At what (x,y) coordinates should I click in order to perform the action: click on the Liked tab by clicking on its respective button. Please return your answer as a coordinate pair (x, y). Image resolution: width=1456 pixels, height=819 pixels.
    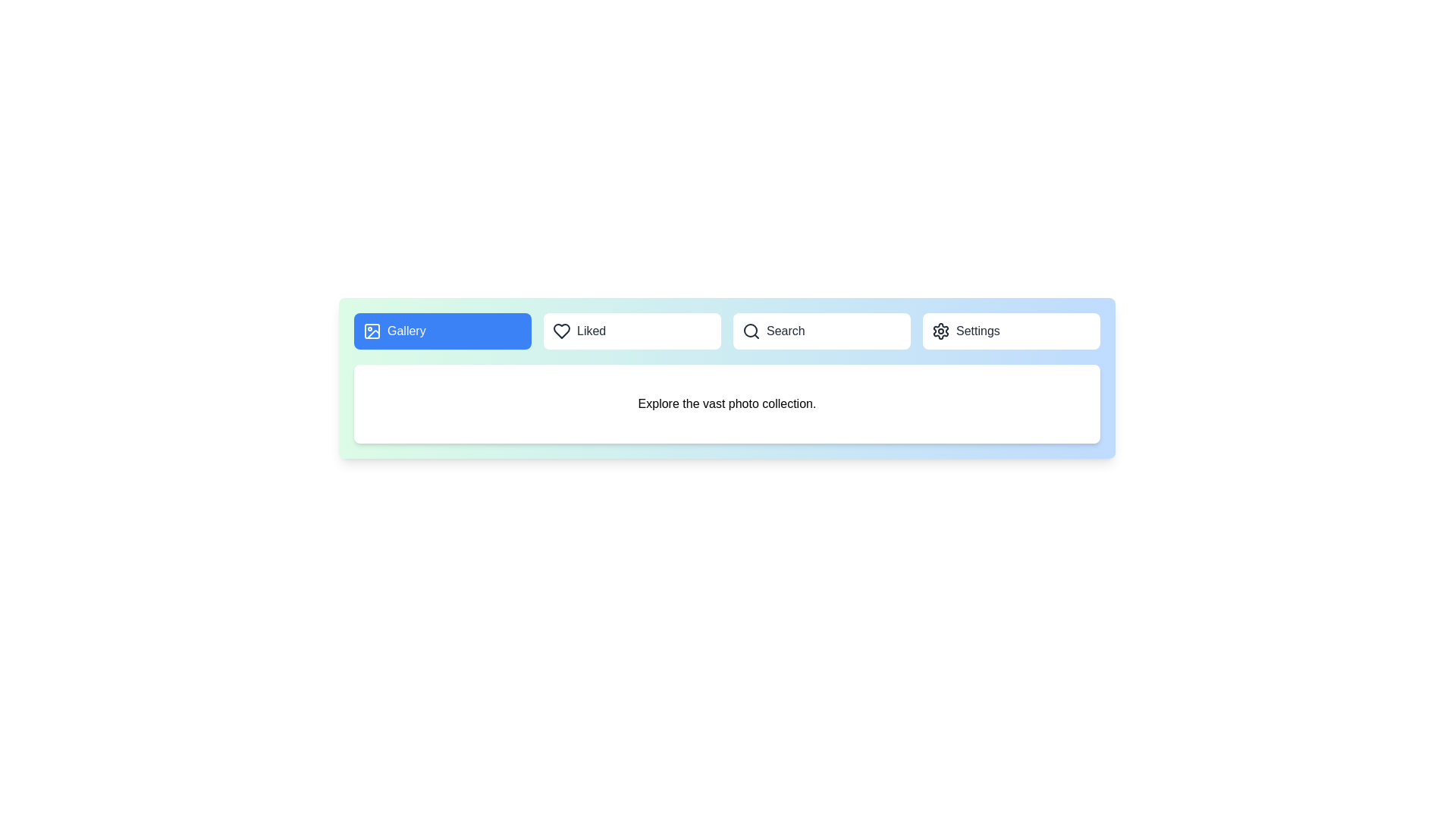
    Looking at the image, I should click on (632, 330).